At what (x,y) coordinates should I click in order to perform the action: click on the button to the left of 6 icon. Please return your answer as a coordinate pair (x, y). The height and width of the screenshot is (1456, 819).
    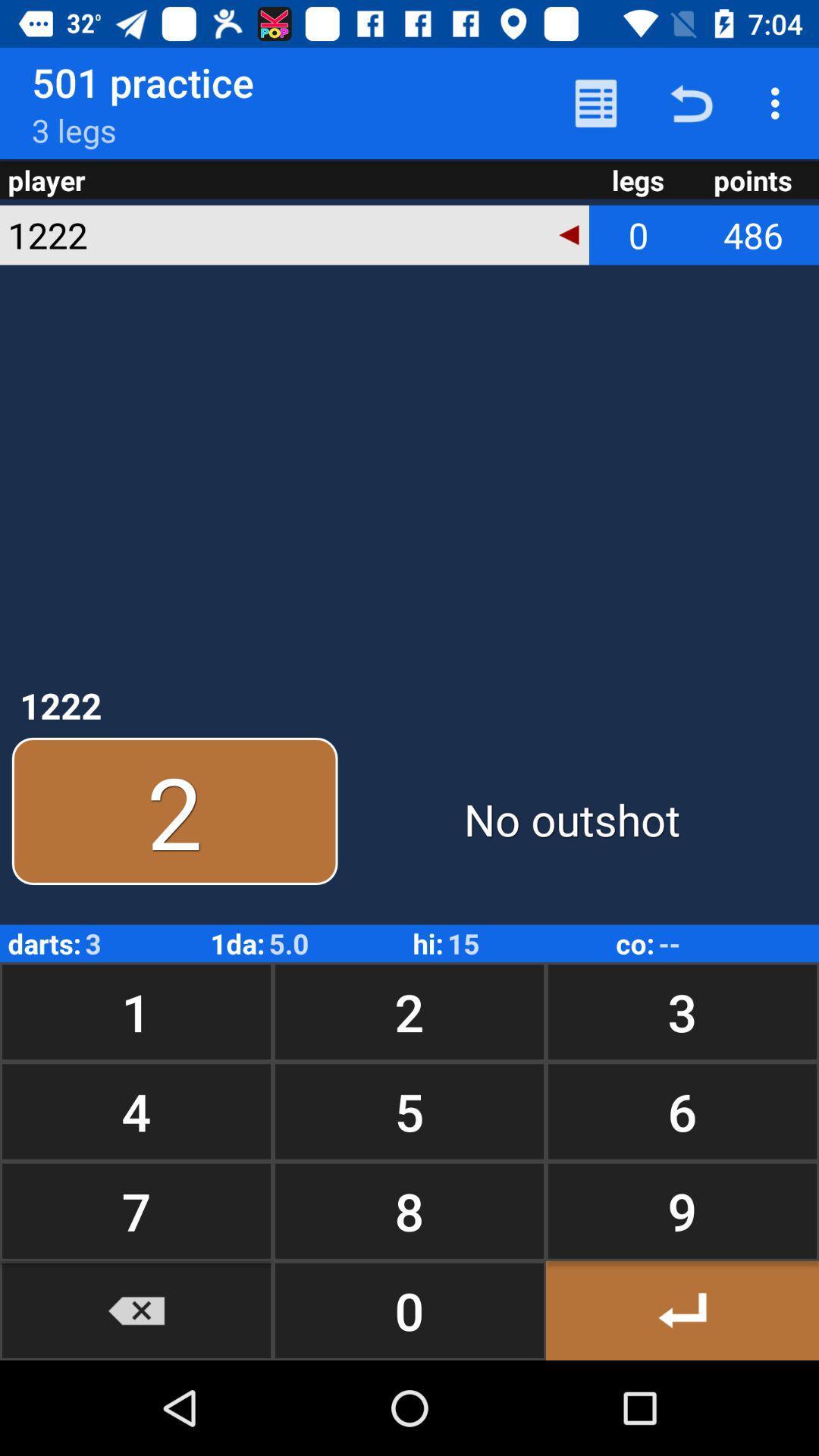
    Looking at the image, I should click on (409, 1210).